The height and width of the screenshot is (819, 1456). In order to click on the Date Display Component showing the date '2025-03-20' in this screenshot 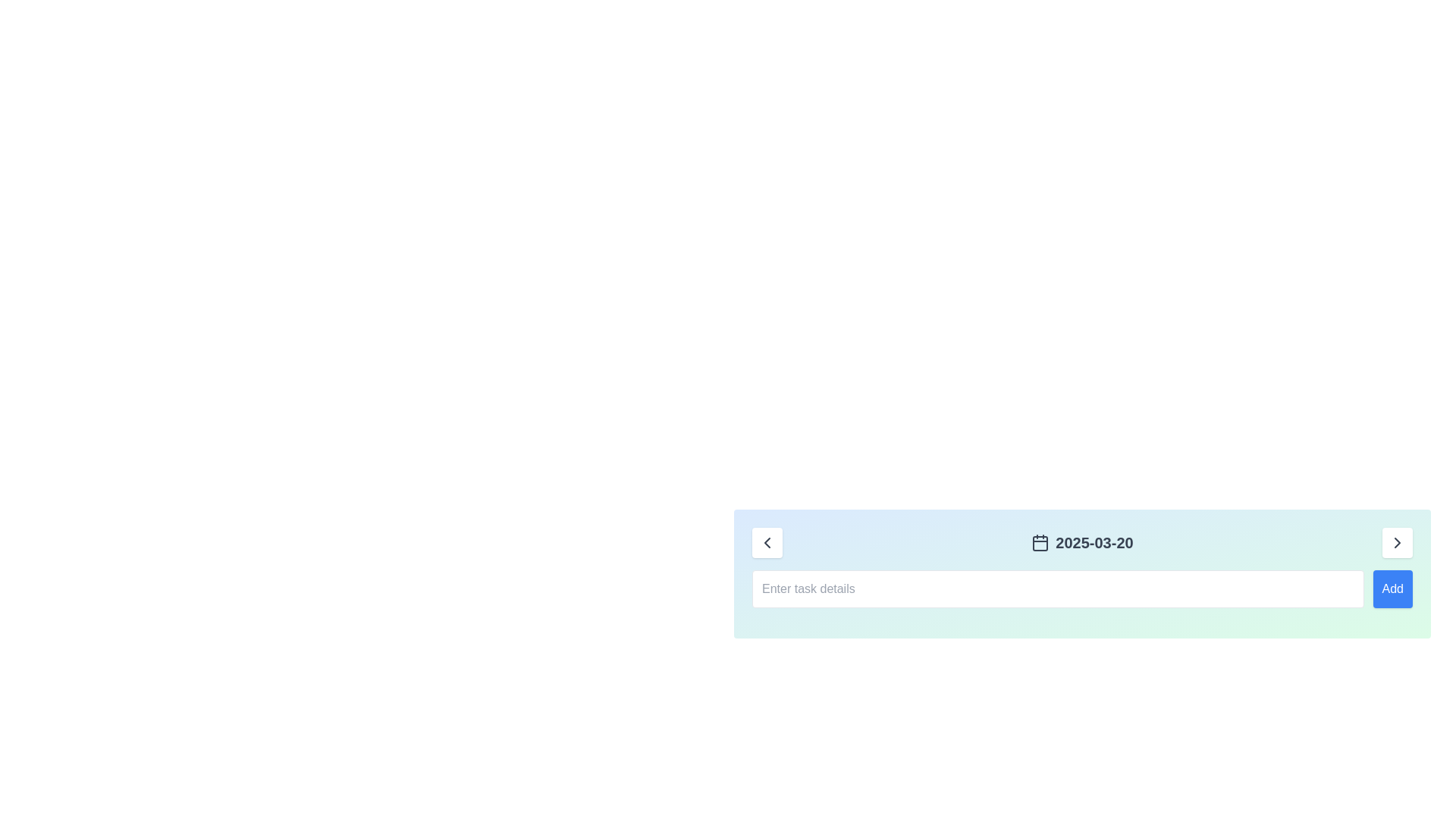, I will do `click(1081, 542)`.